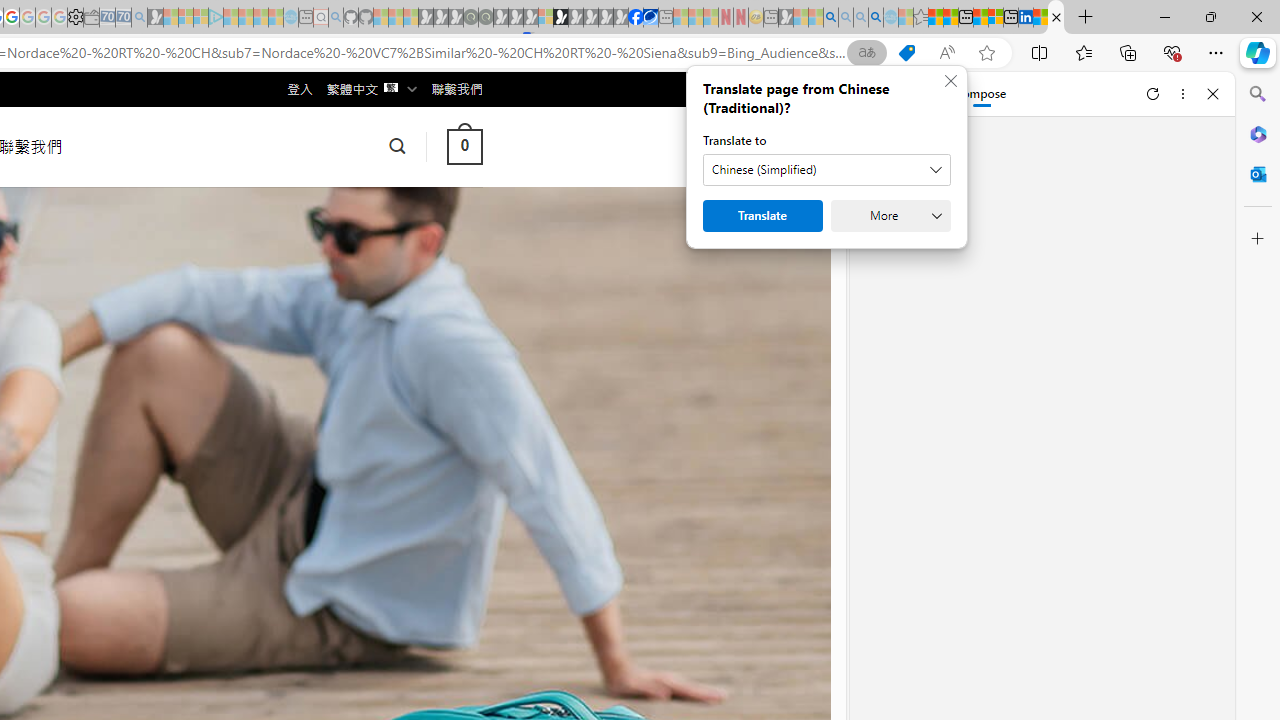 This screenshot has height=720, width=1280. Describe the element at coordinates (463, 145) in the screenshot. I see `'  0  '` at that location.